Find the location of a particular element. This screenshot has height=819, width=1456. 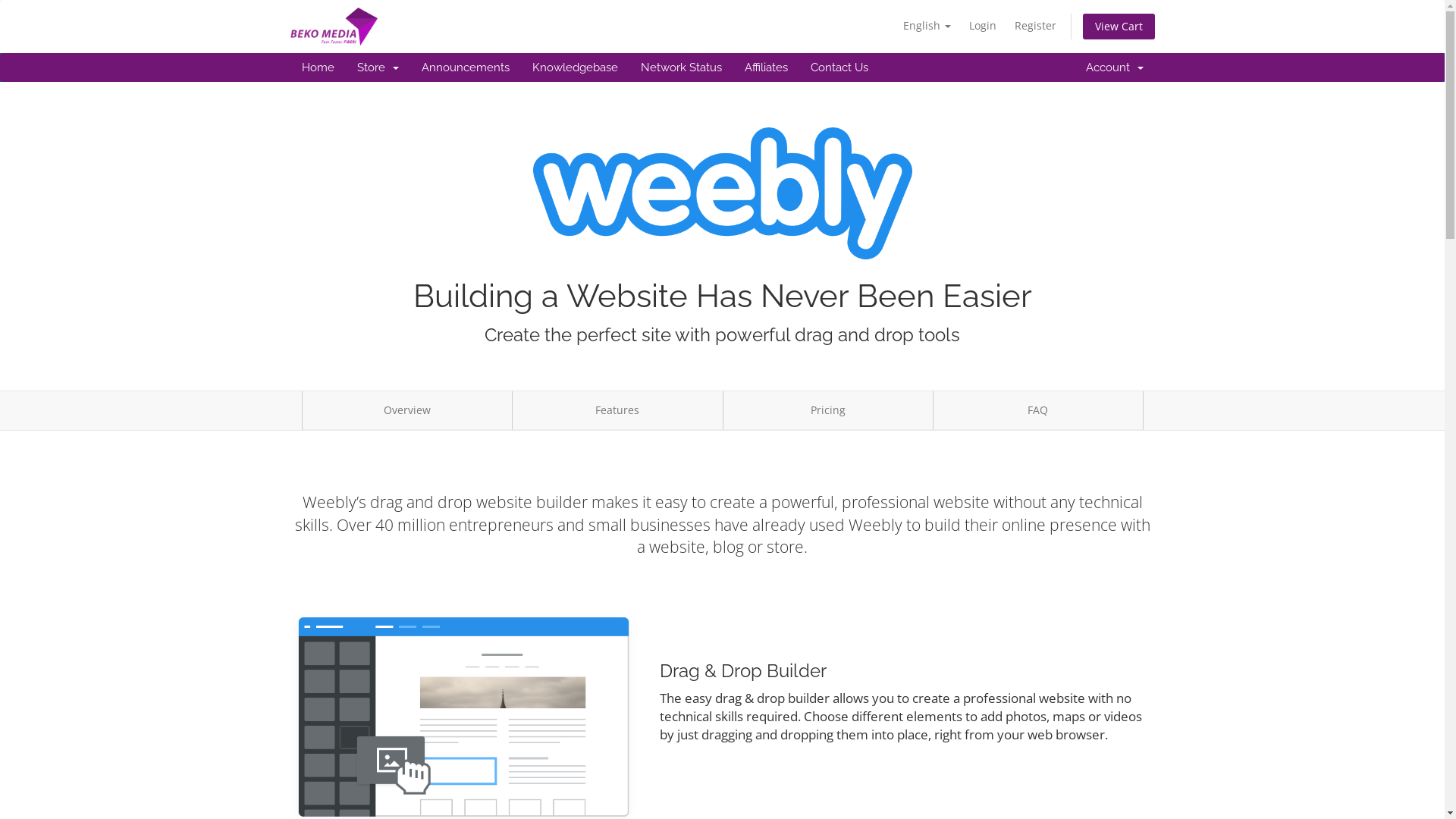

'Home' is located at coordinates (316, 66).